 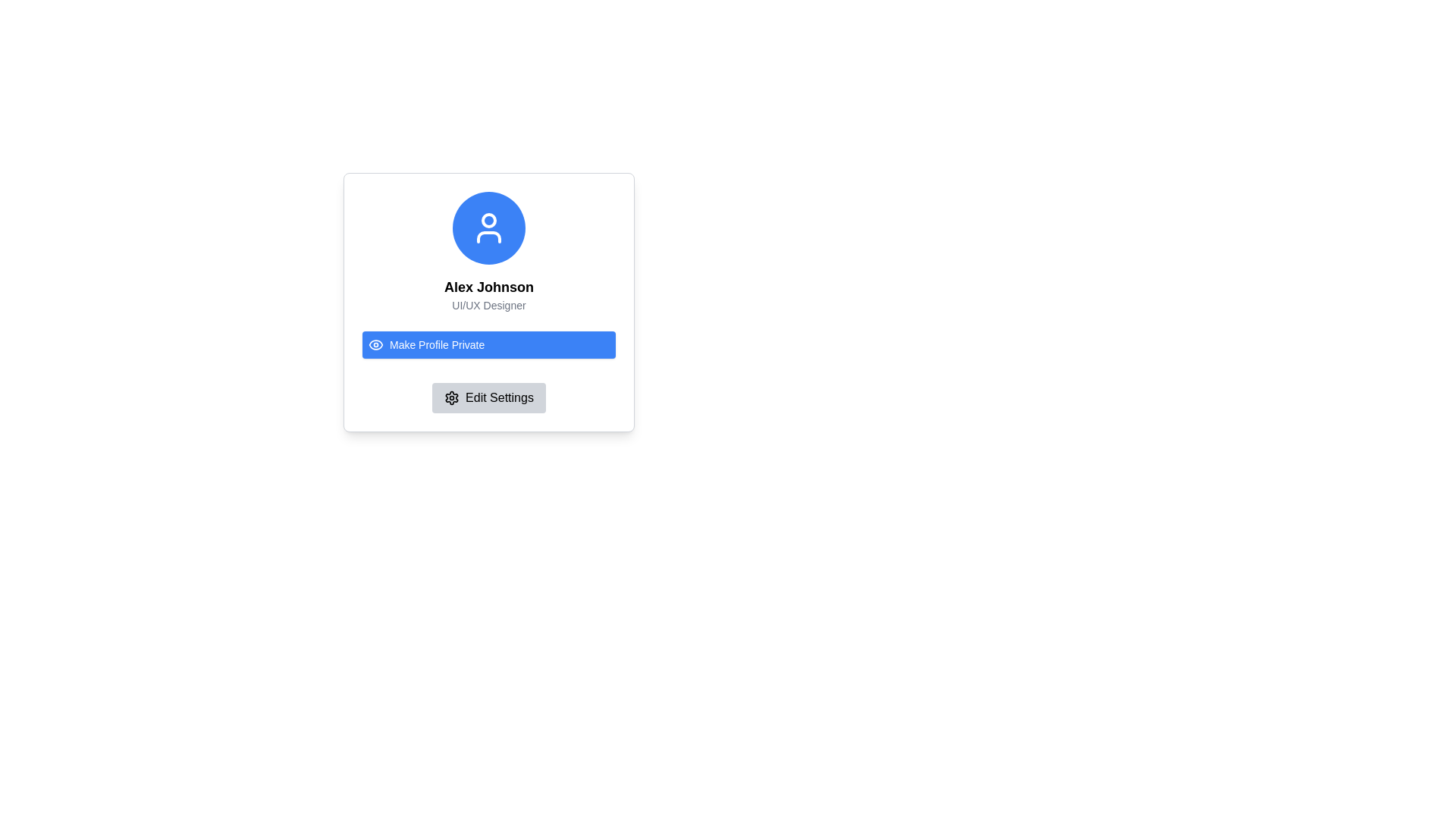 I want to click on the Profile Information Text element that displays the user's name and professional title, so click(x=488, y=295).